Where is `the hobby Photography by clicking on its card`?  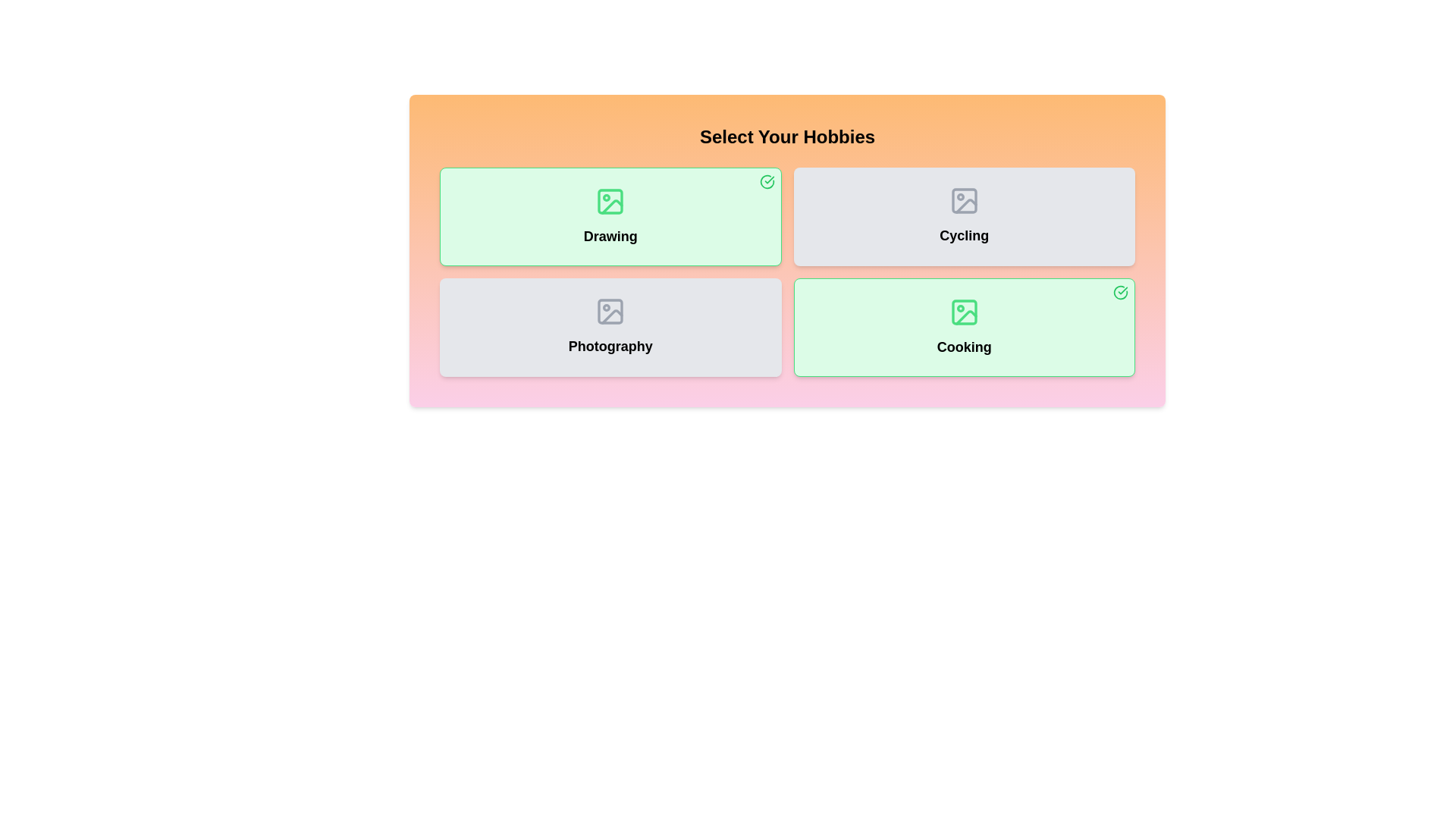 the hobby Photography by clicking on its card is located at coordinates (610, 327).